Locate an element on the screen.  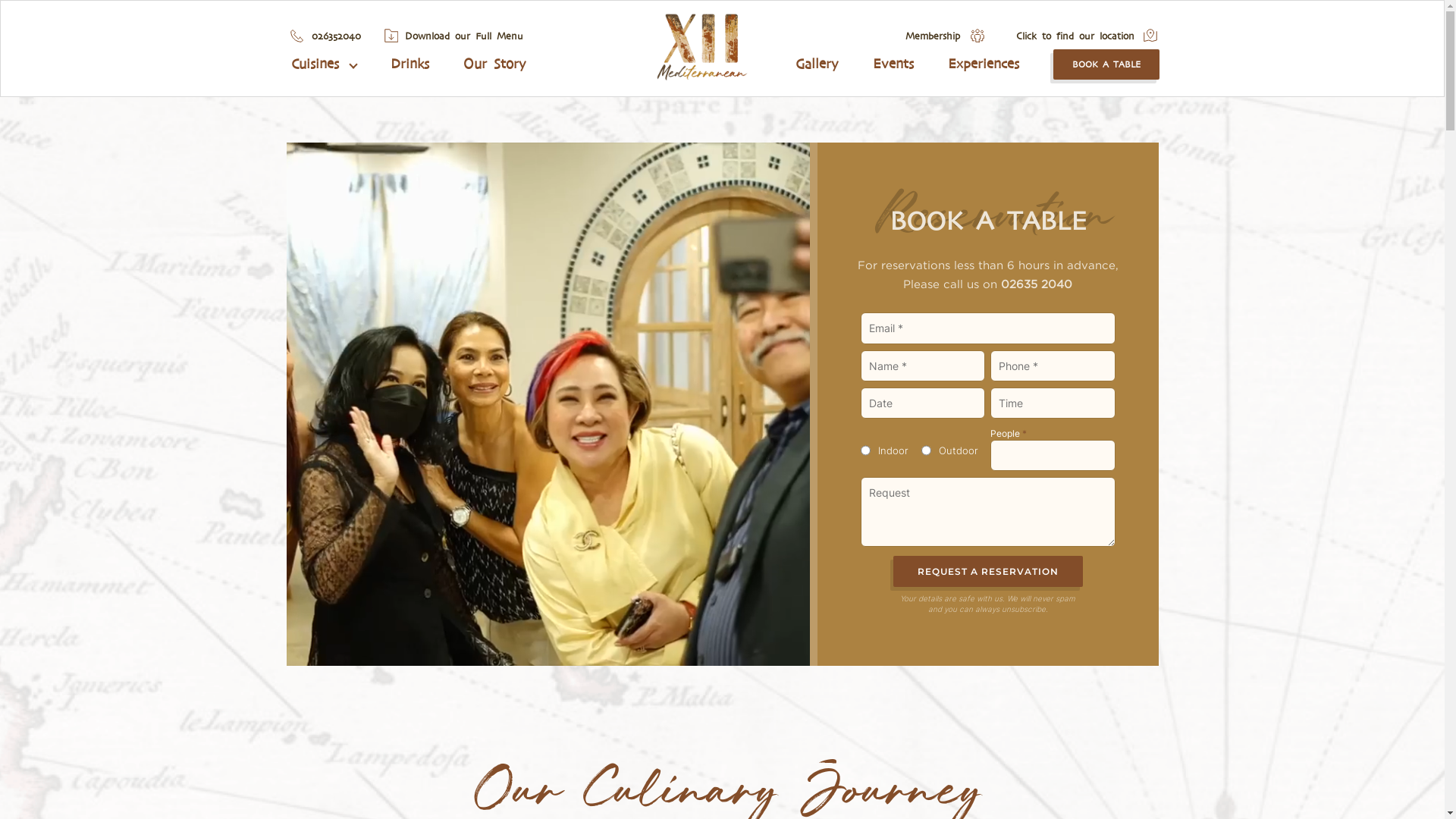
'Gallery' is located at coordinates (816, 63).